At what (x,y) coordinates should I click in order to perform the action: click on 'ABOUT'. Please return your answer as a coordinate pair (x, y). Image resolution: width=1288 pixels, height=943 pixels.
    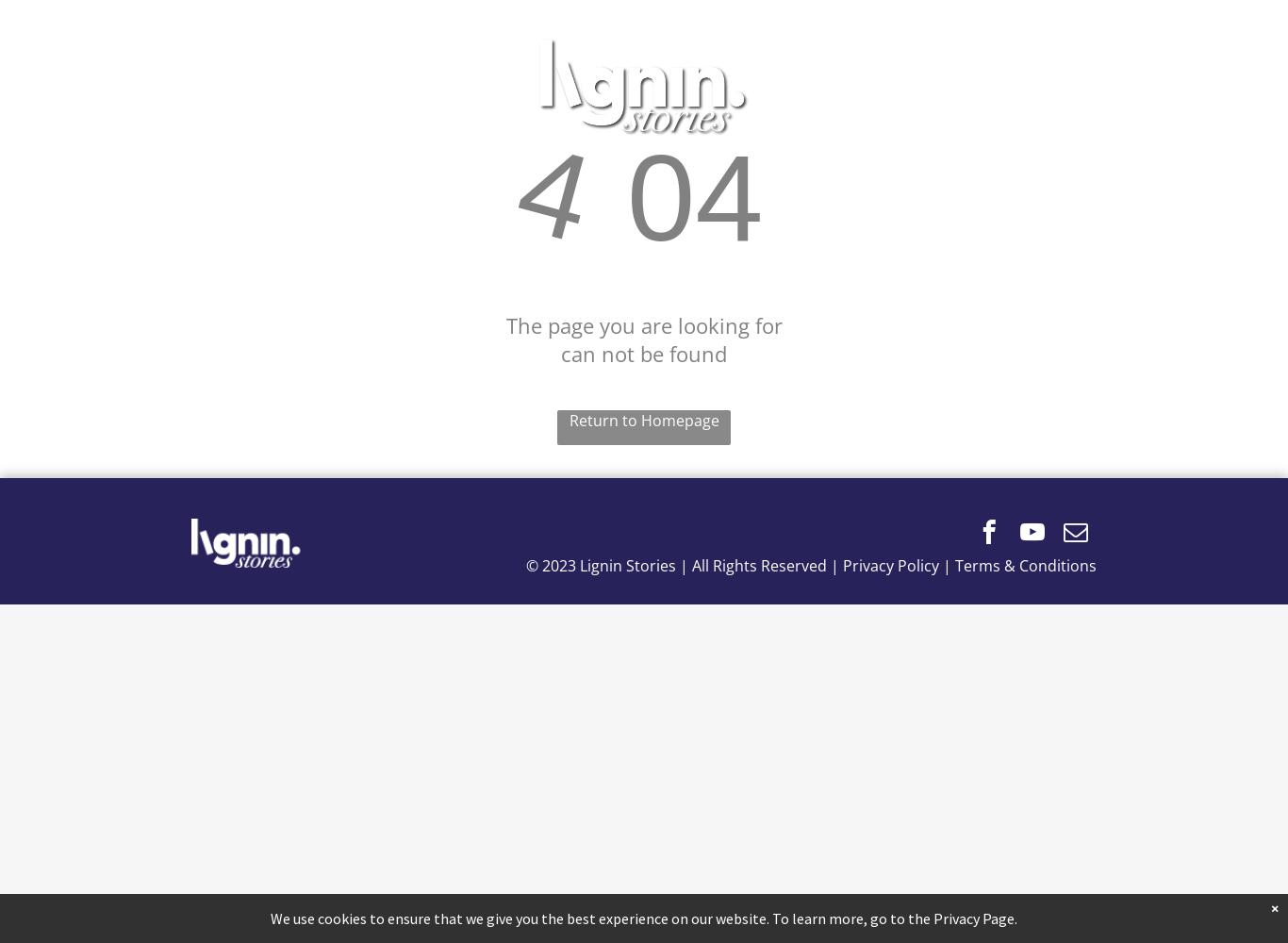
    Looking at the image, I should click on (384, 86).